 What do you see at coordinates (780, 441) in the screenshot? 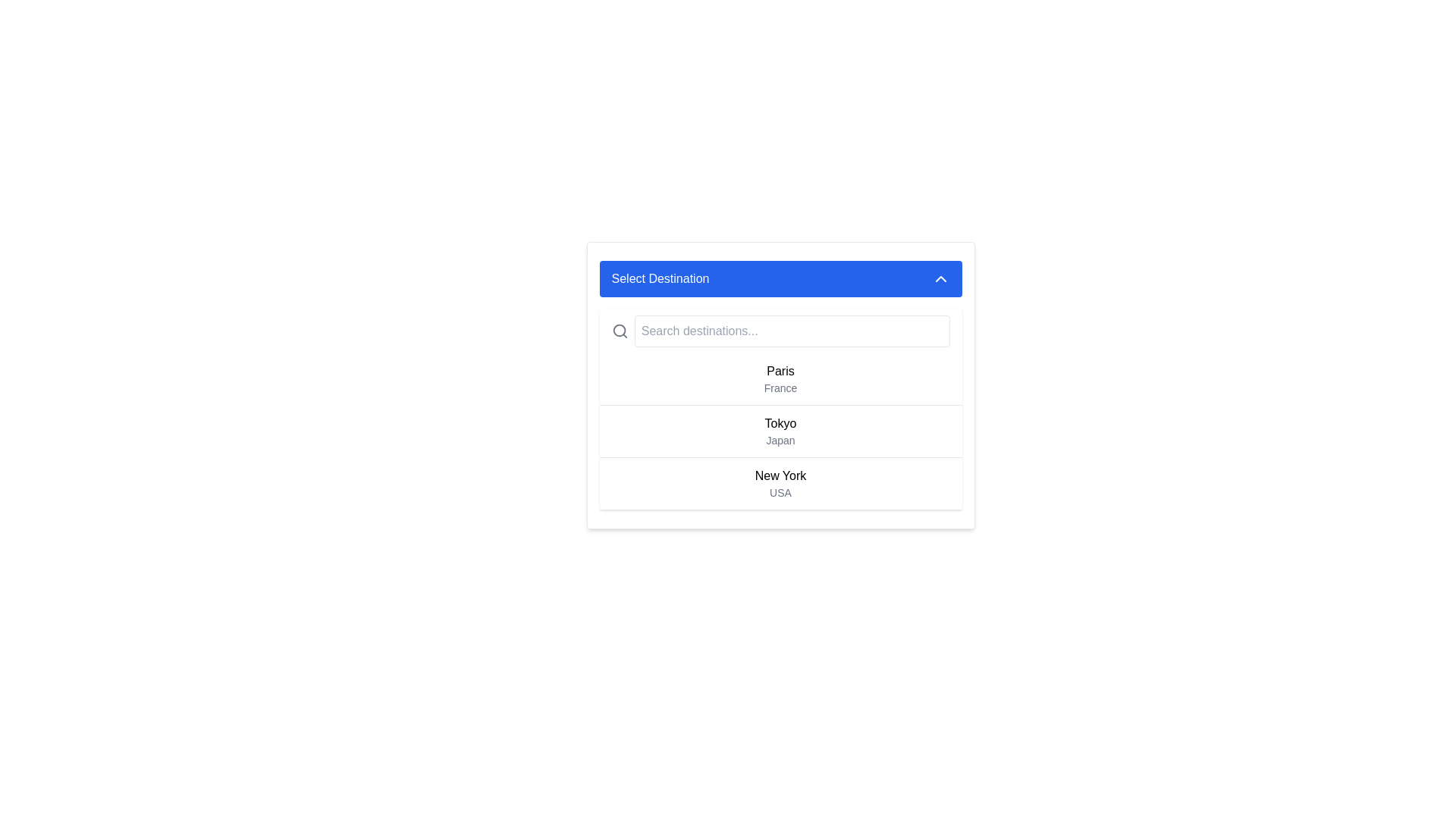
I see `the static label displaying country information located below the 'Tokyo' text in the dropdown list` at bounding box center [780, 441].